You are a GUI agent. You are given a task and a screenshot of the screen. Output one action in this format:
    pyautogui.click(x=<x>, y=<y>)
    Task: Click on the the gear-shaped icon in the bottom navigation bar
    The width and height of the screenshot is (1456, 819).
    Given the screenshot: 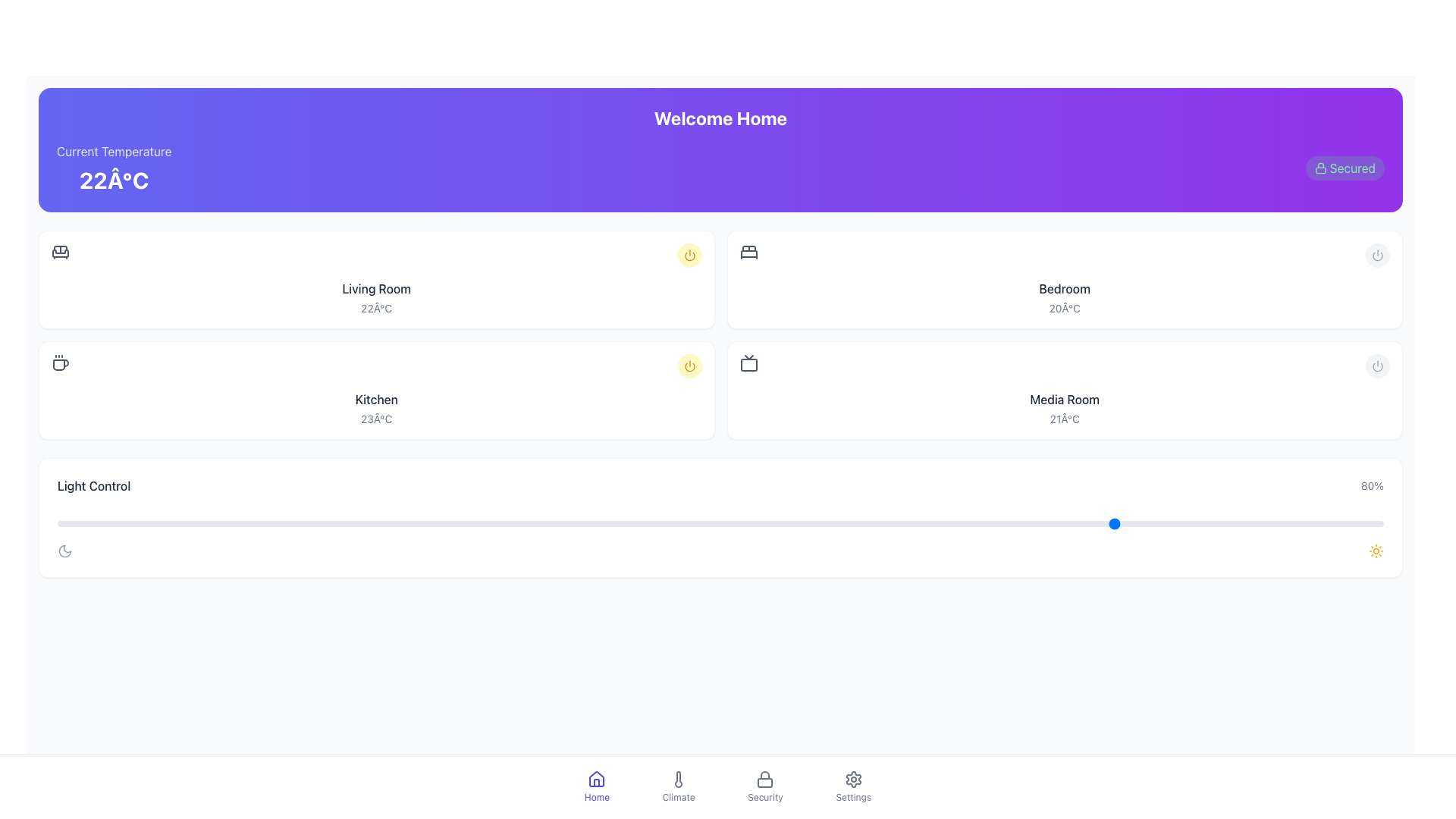 What is the action you would take?
    pyautogui.click(x=853, y=780)
    